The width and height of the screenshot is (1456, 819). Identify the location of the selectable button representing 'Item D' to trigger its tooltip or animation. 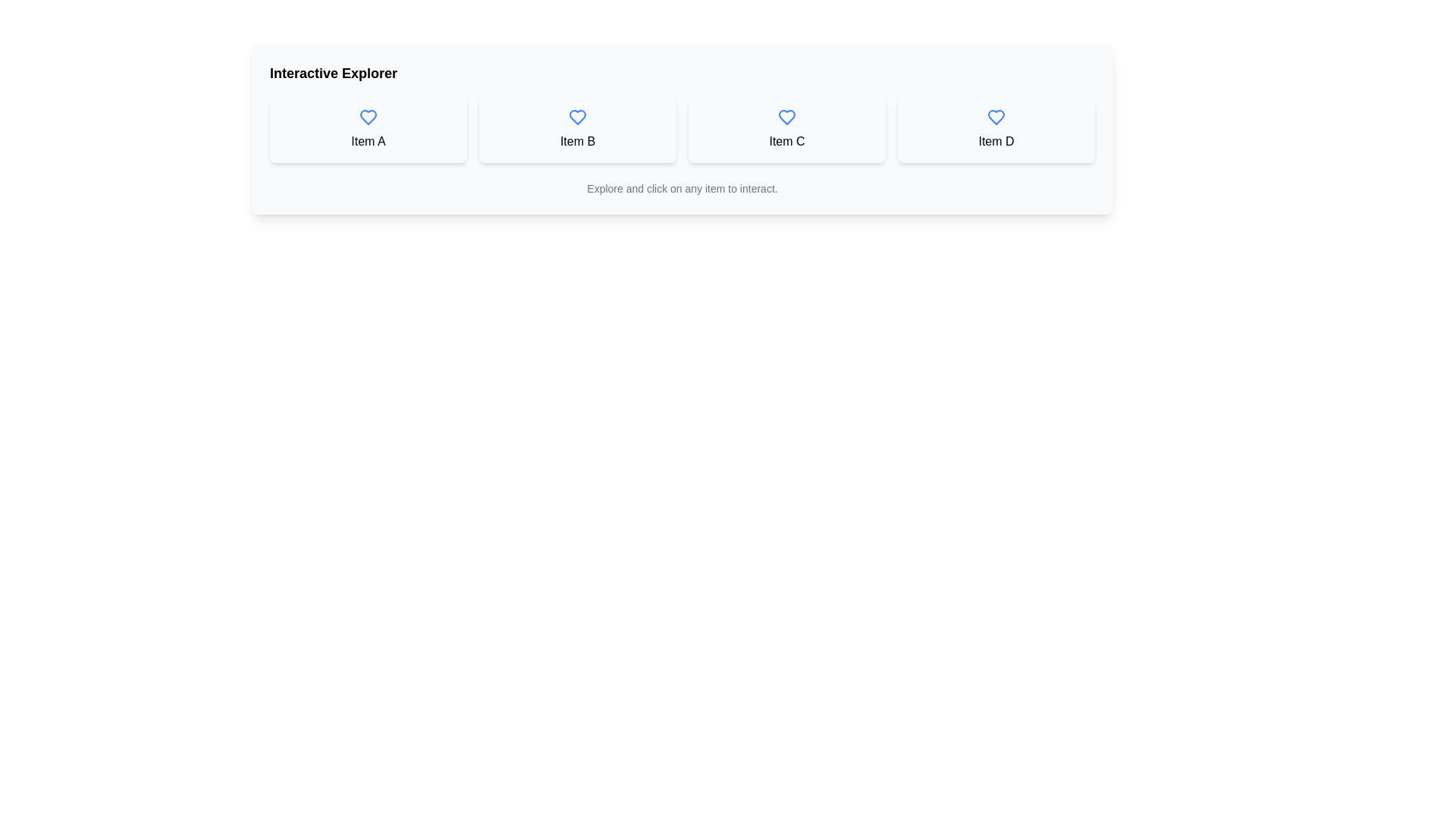
(996, 128).